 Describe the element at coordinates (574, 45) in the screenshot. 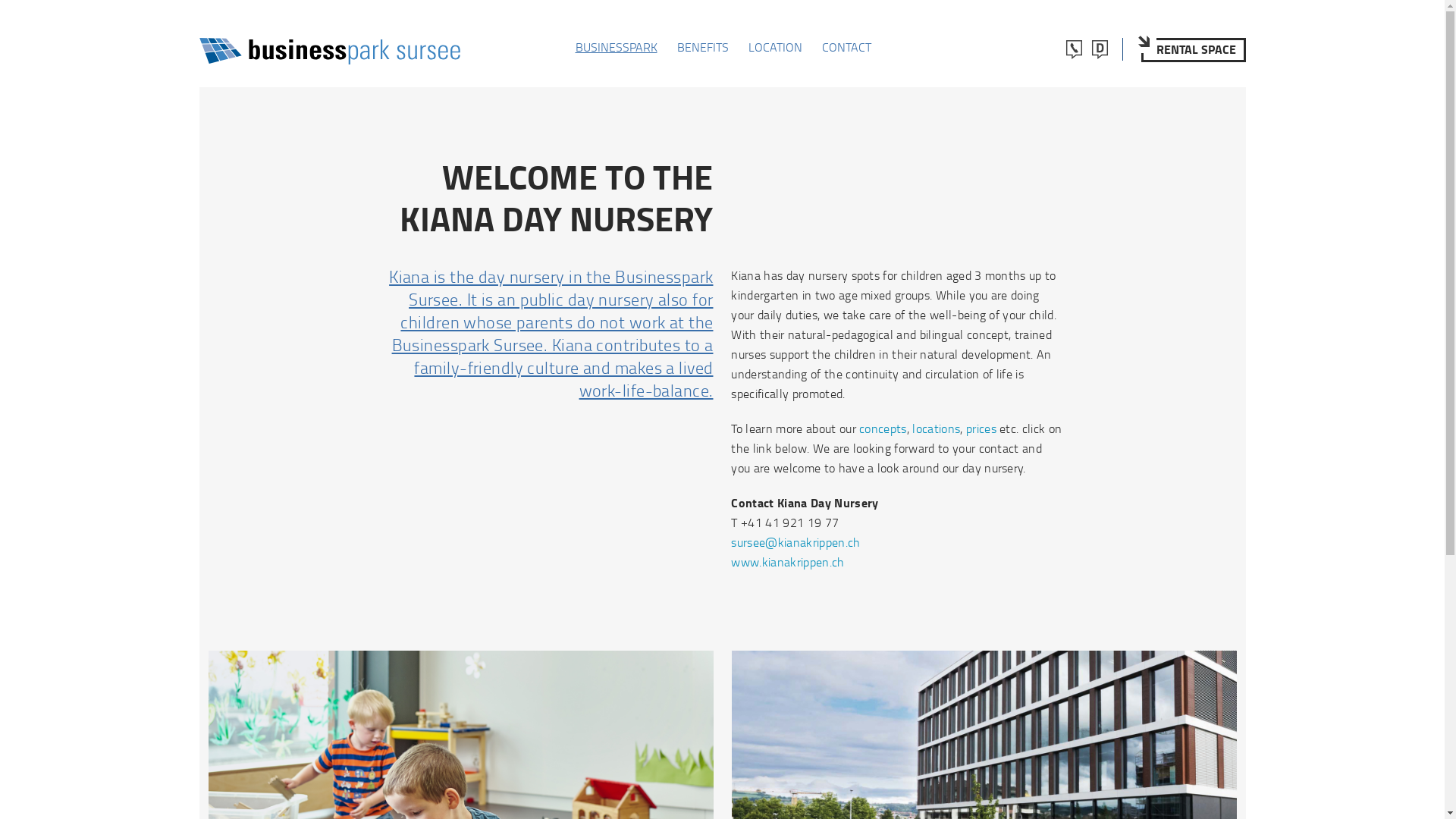

I see `'BUSINESSPARK'` at that location.